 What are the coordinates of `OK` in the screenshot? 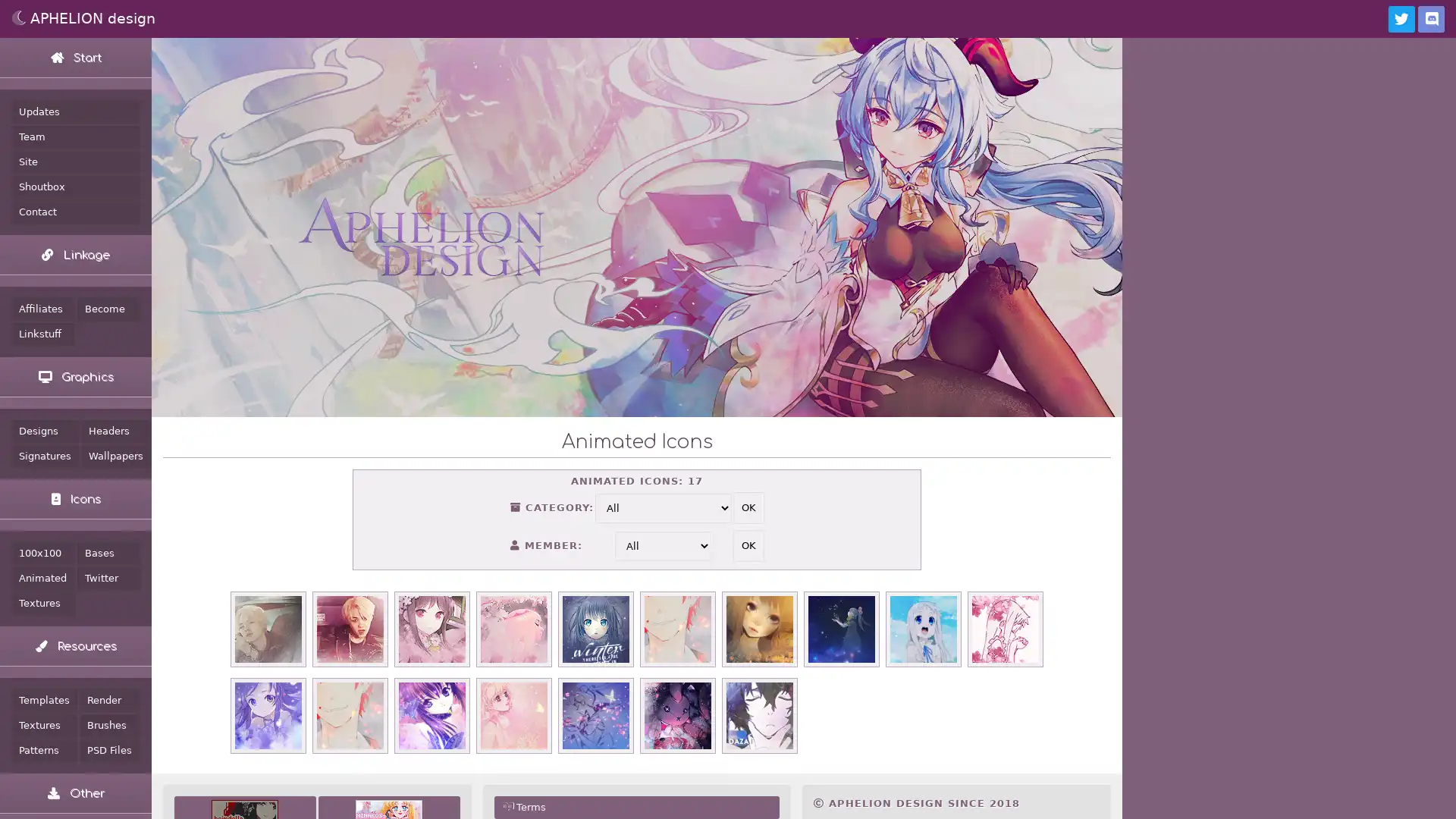 It's located at (748, 508).